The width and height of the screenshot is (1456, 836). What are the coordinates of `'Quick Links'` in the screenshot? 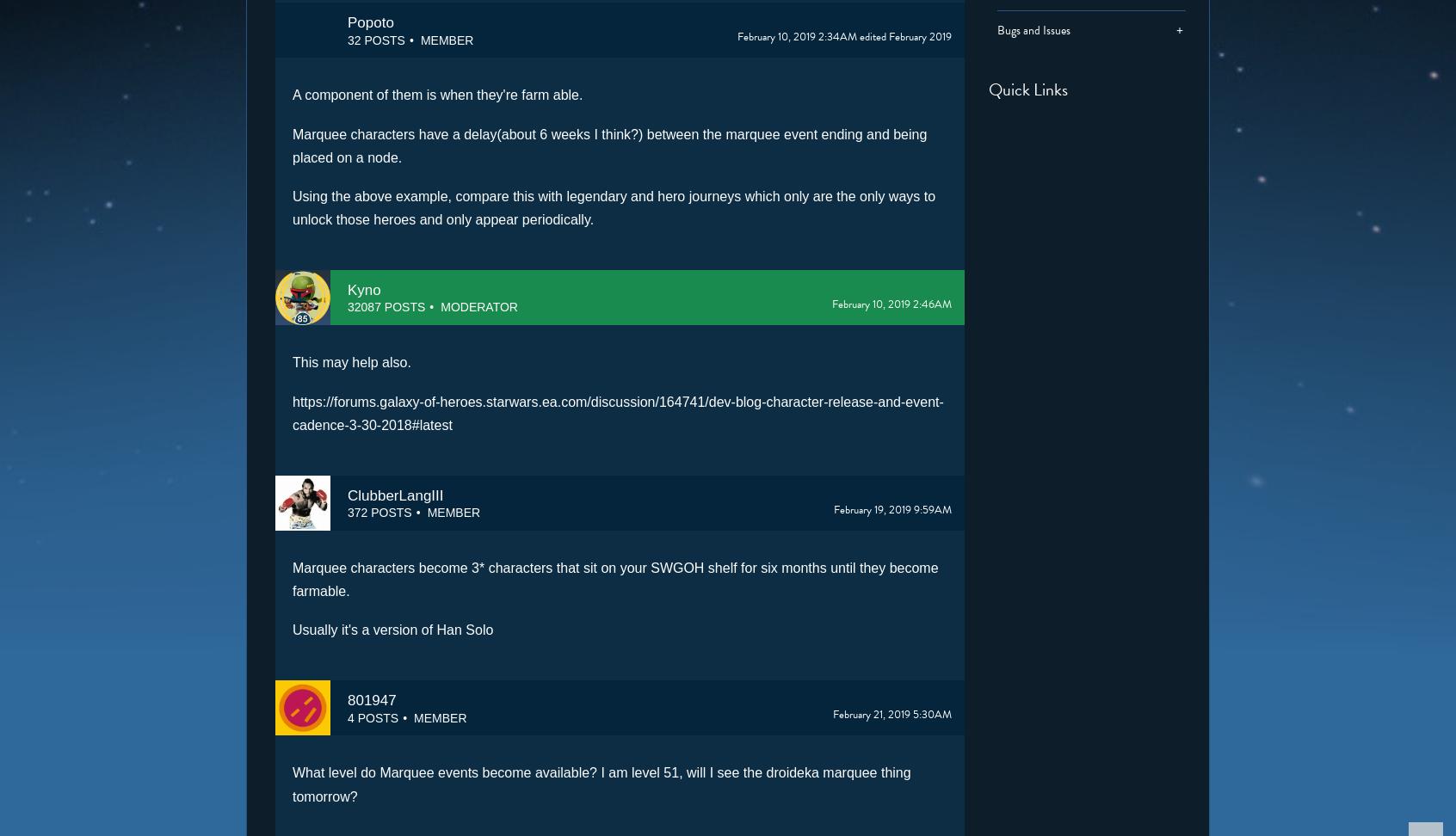 It's located at (1027, 88).